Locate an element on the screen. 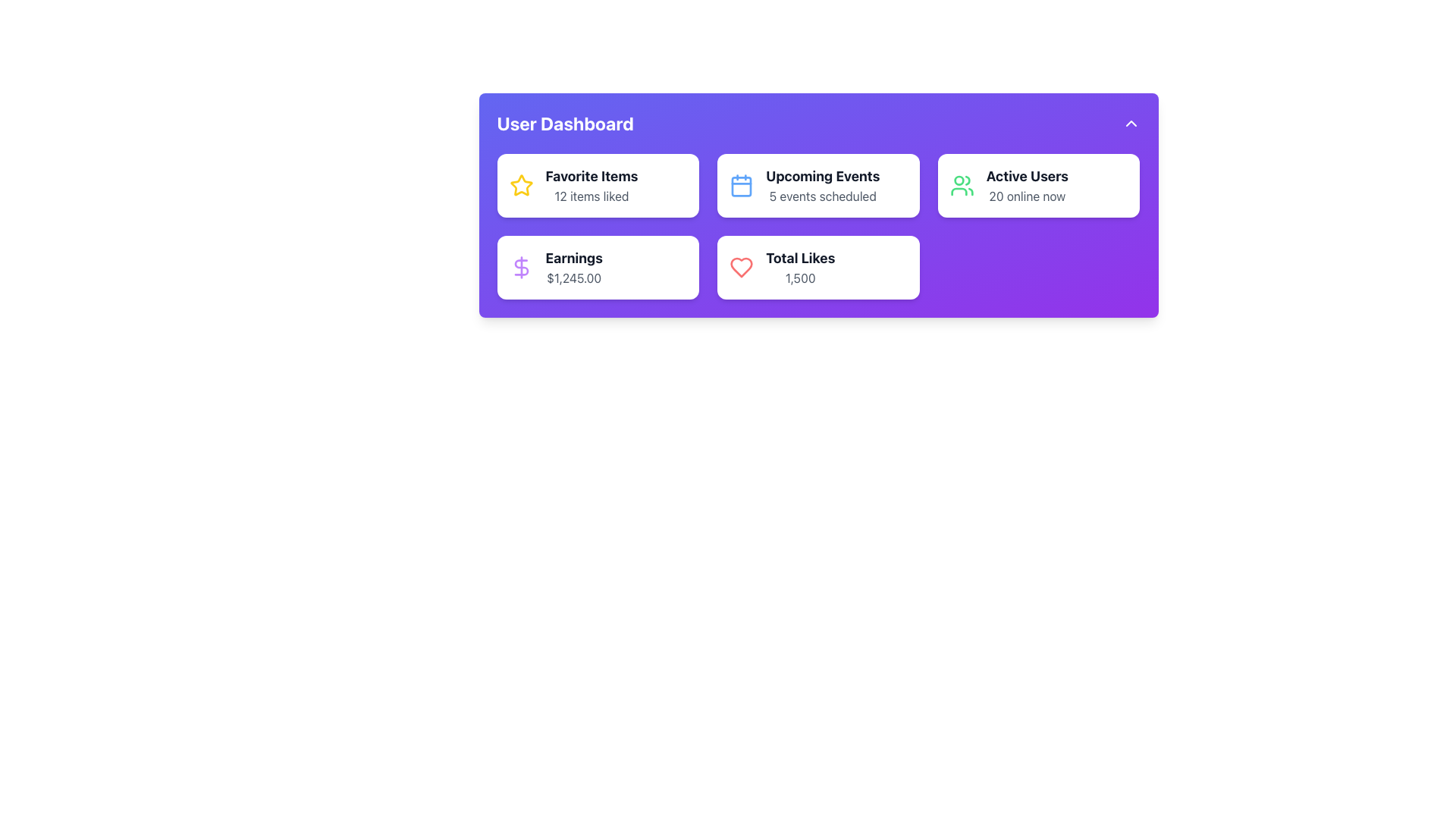  the icon representing active users located in the 'Active Users' card, positioned to the left of the text 'Active Users' and '20 online now' is located at coordinates (961, 185).